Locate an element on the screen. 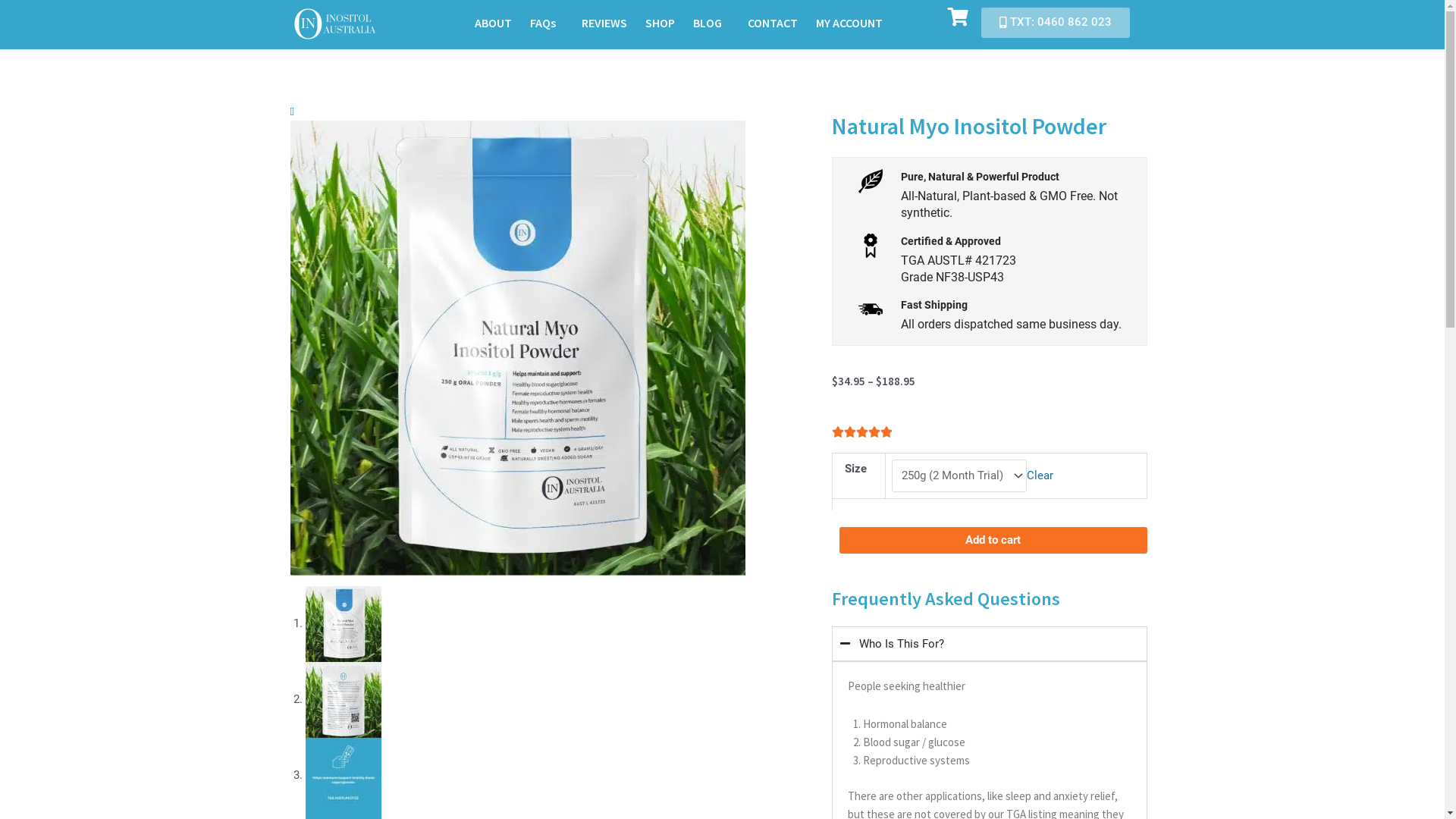 This screenshot has width=1456, height=819. 'REVIEWS' is located at coordinates (603, 23).